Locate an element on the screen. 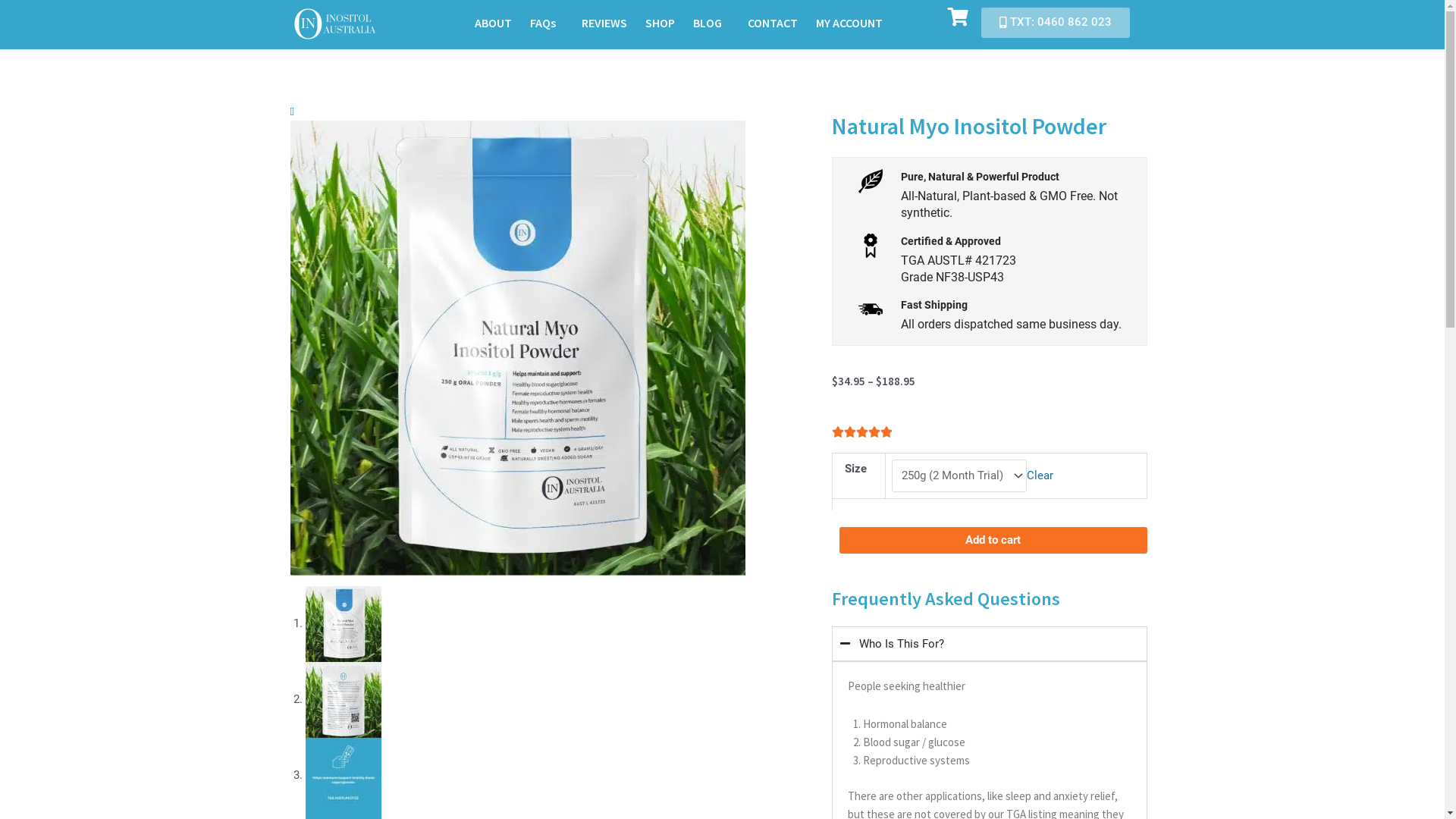 This screenshot has width=1456, height=819. 'REVIEWS' is located at coordinates (603, 23).